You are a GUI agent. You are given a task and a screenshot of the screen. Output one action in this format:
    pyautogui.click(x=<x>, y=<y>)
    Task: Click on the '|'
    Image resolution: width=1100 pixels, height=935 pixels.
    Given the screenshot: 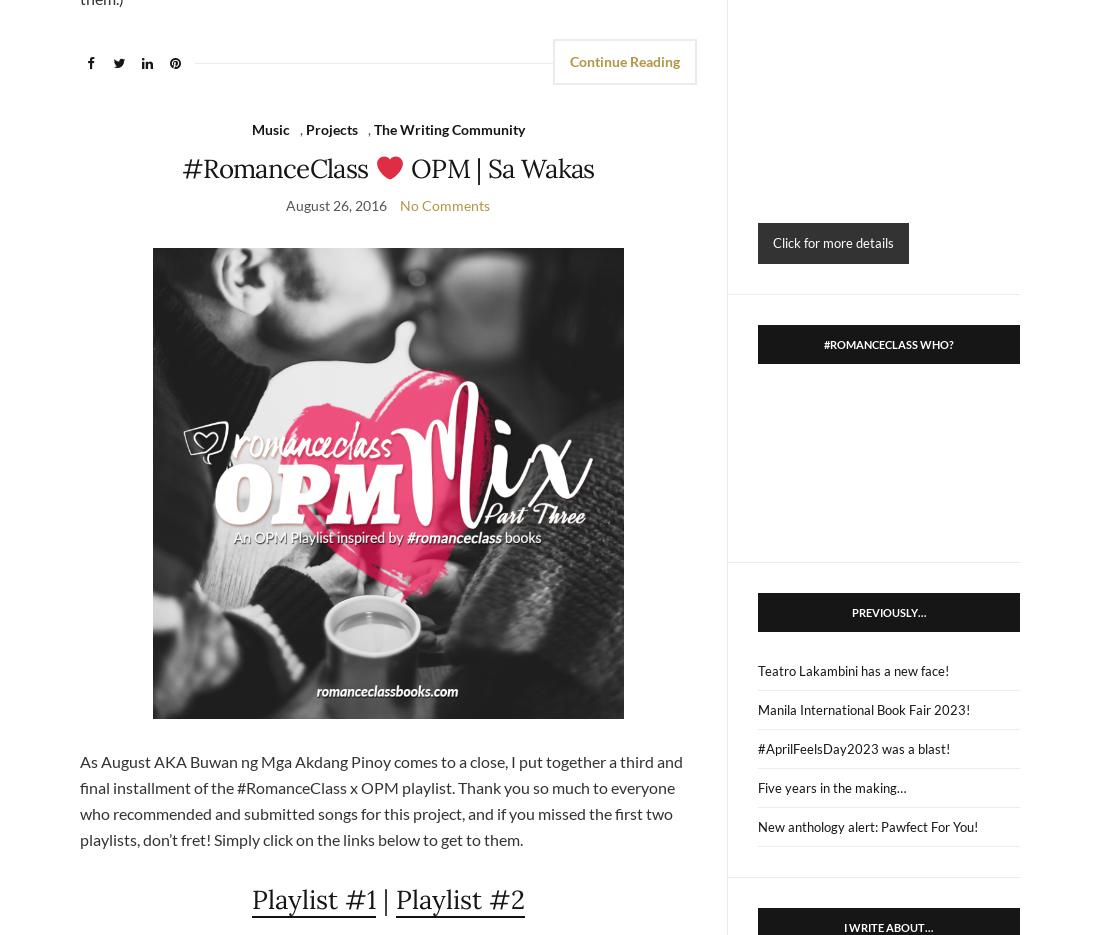 What is the action you would take?
    pyautogui.click(x=385, y=898)
    